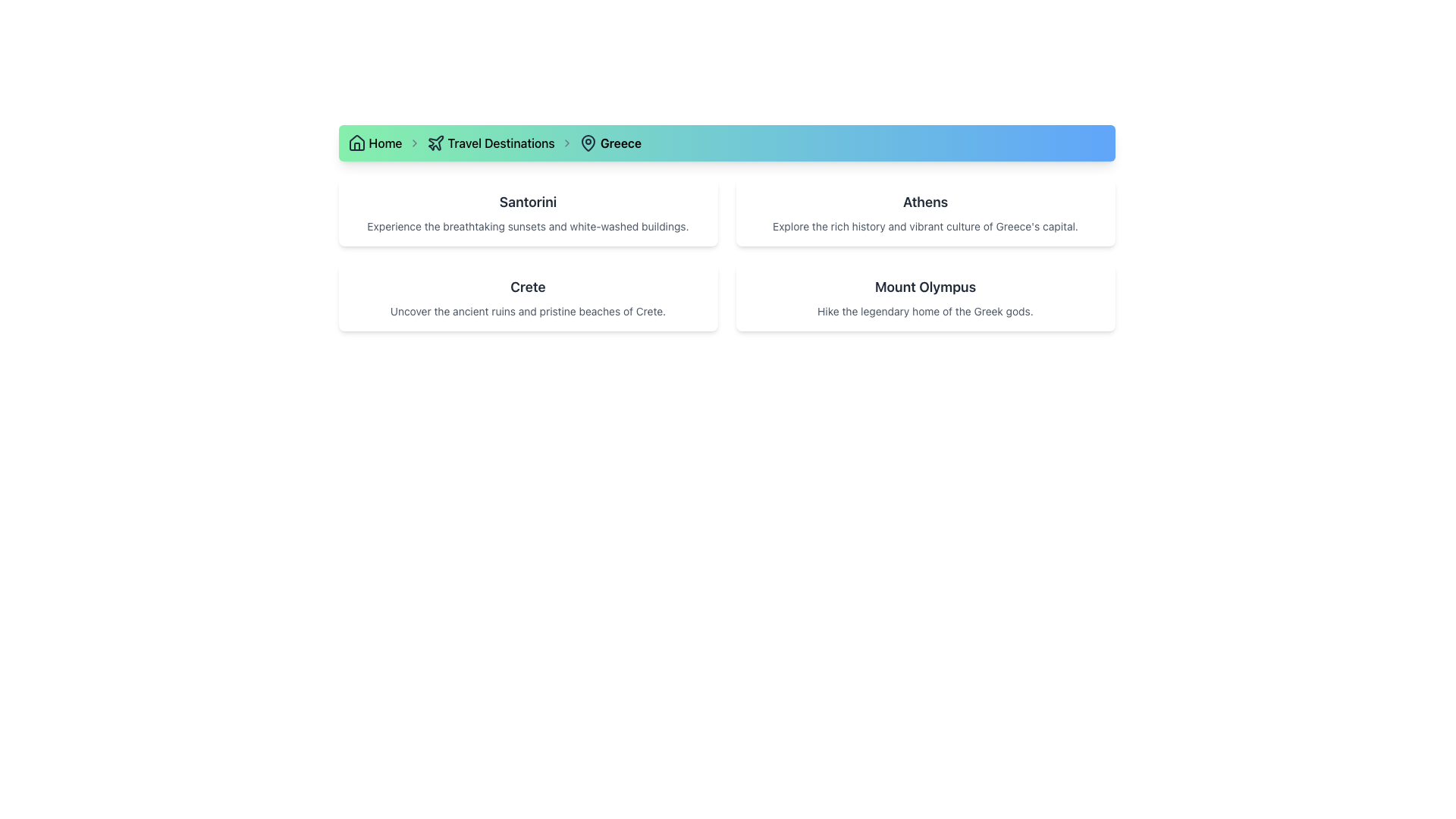 Image resolution: width=1456 pixels, height=819 pixels. I want to click on the Breadcrumb link element that consists of a house-shaped icon and the text 'Home', so click(375, 143).